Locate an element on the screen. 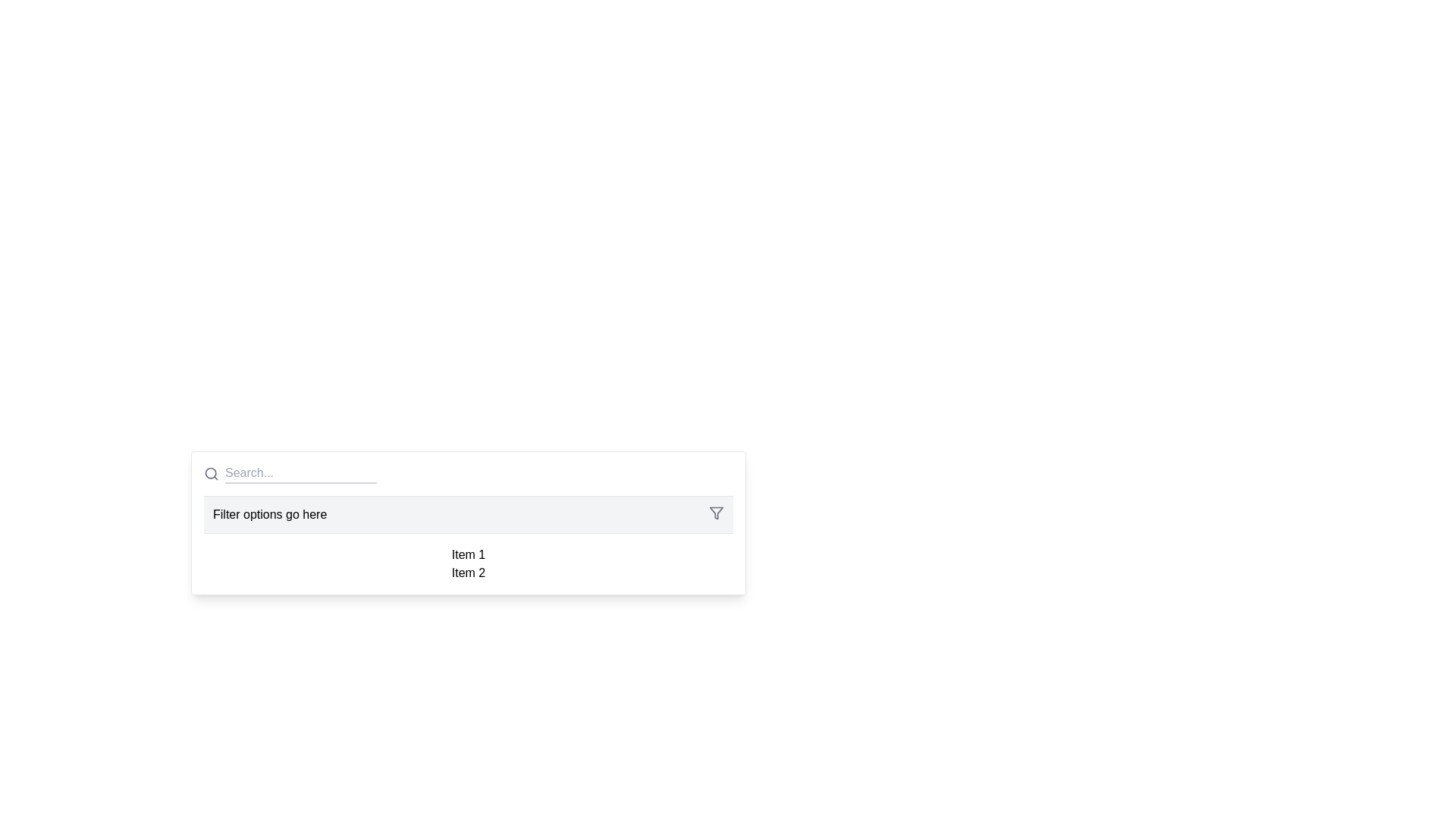 This screenshot has width=1456, height=819. the text-based list item labeled 'Item 1' from its current position in the dropdown list is located at coordinates (468, 555).